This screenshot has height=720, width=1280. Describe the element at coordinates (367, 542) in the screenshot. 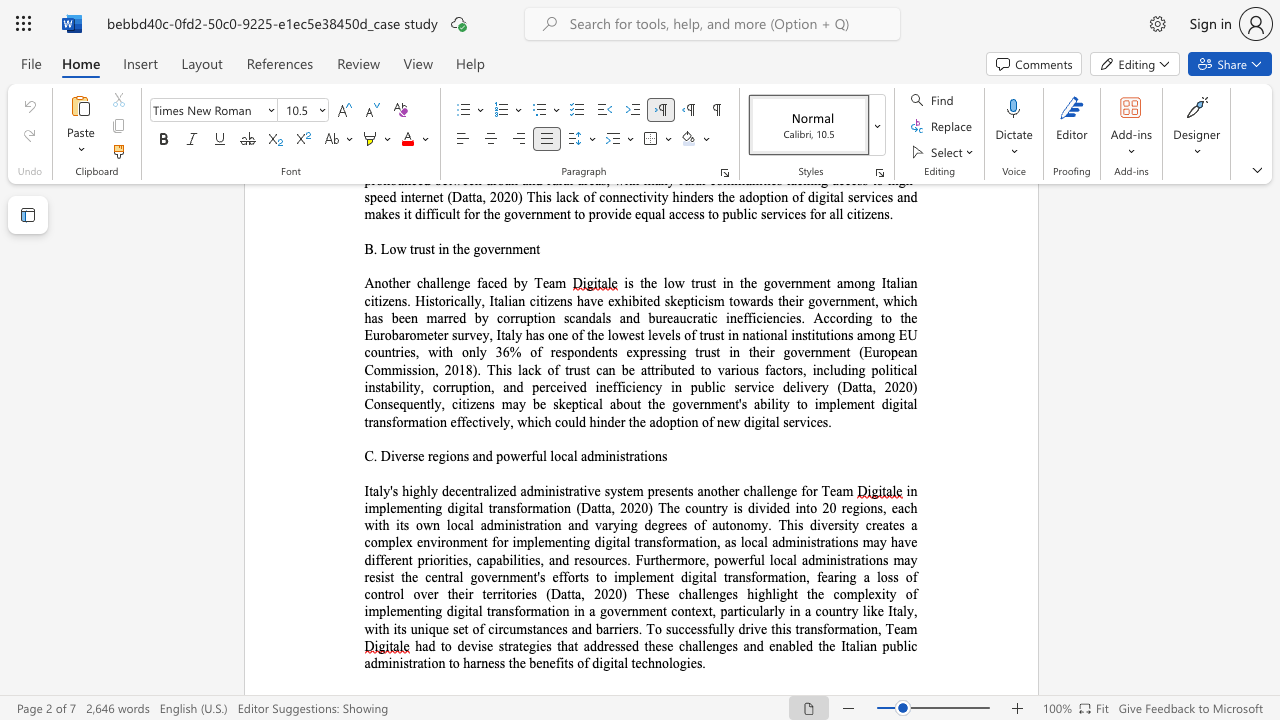

I see `the 5th character "c" in the text` at that location.